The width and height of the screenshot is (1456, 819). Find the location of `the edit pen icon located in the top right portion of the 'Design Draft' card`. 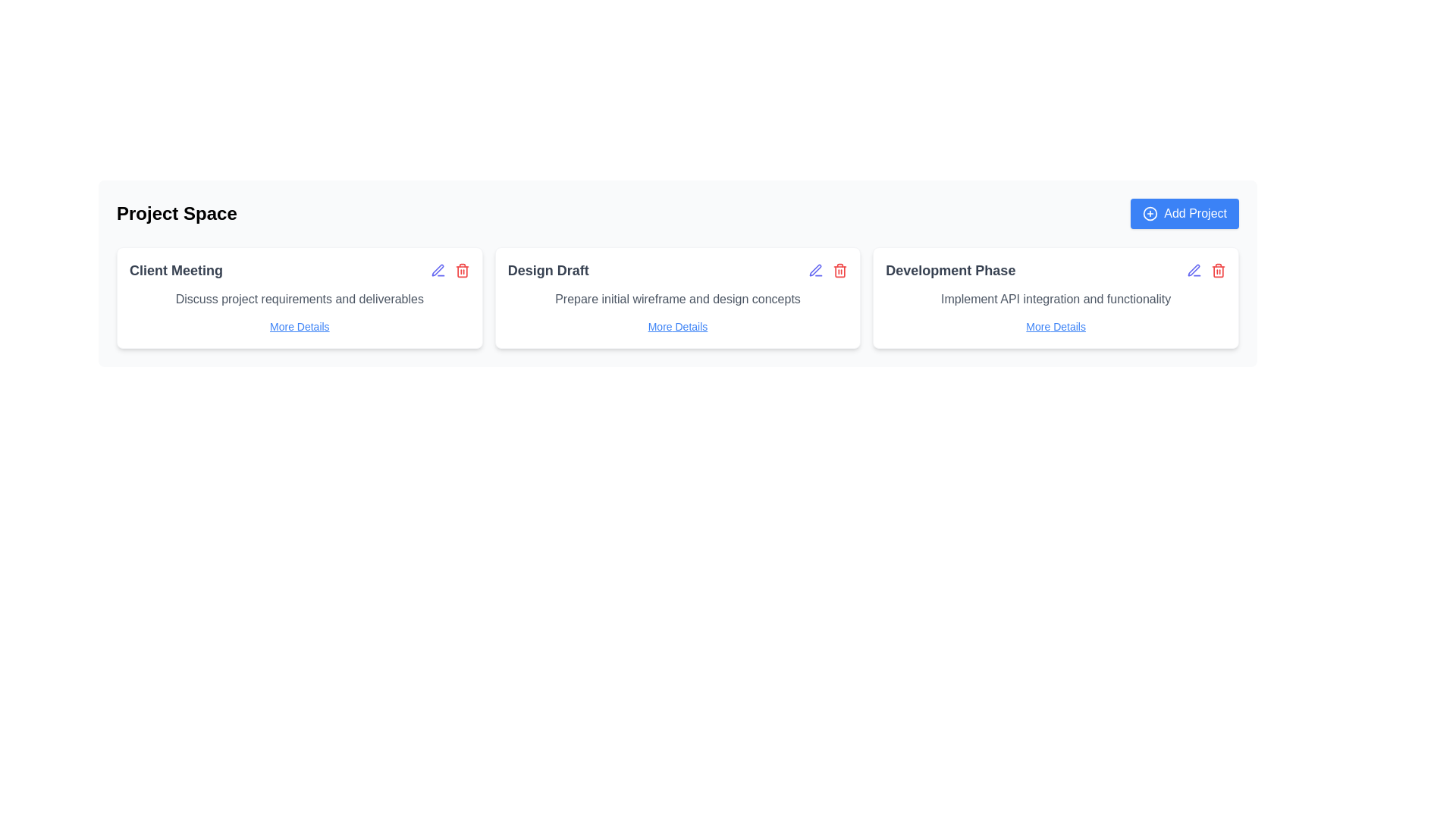

the edit pen icon located in the top right portion of the 'Design Draft' card is located at coordinates (814, 269).